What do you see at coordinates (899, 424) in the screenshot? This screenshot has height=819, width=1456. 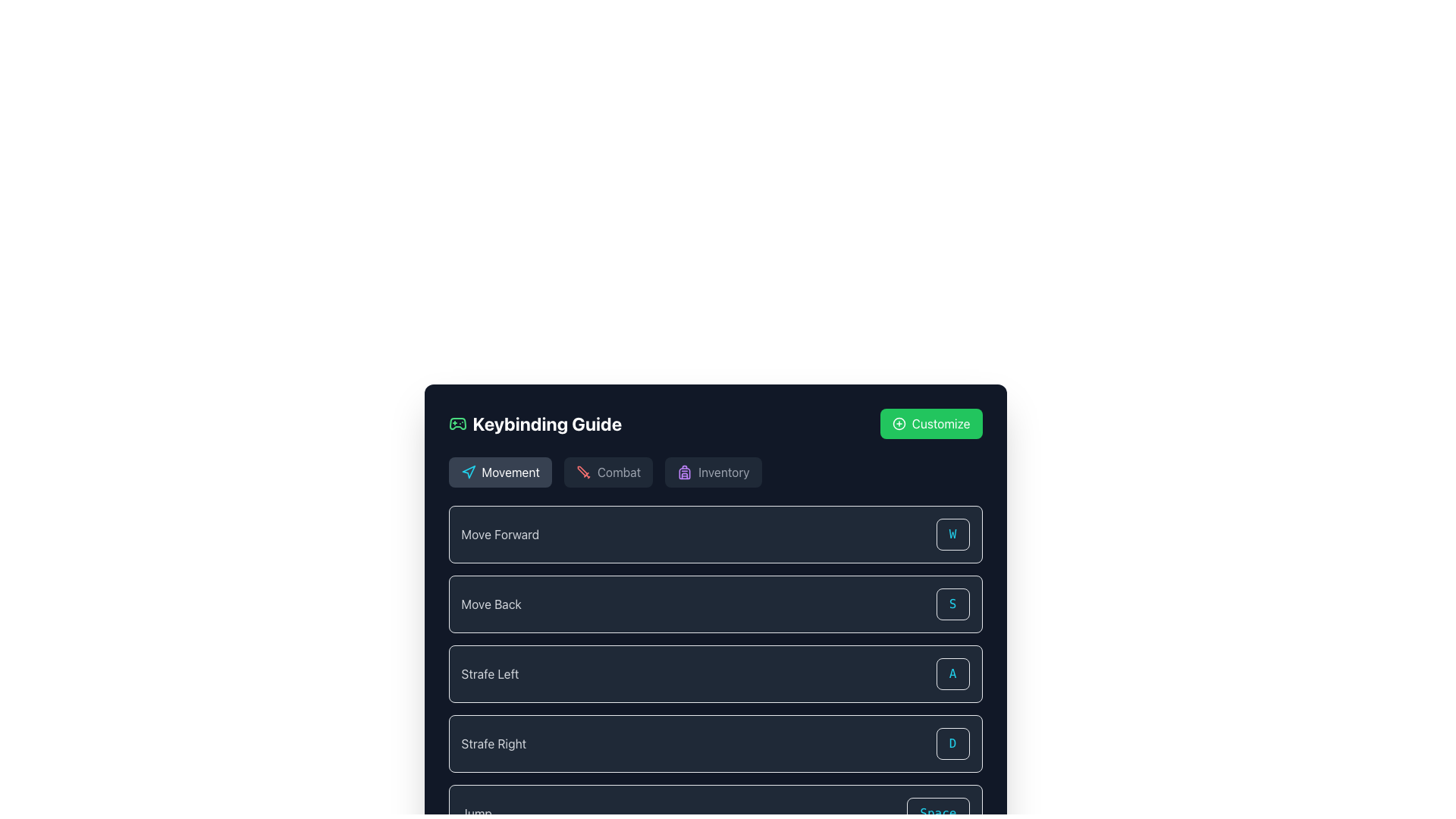 I see `the decorative circular icon element that represents a 'plus' or 'add' functionality, located inside the highlighted 'Customize' button at the top right corner of the interface` at bounding box center [899, 424].